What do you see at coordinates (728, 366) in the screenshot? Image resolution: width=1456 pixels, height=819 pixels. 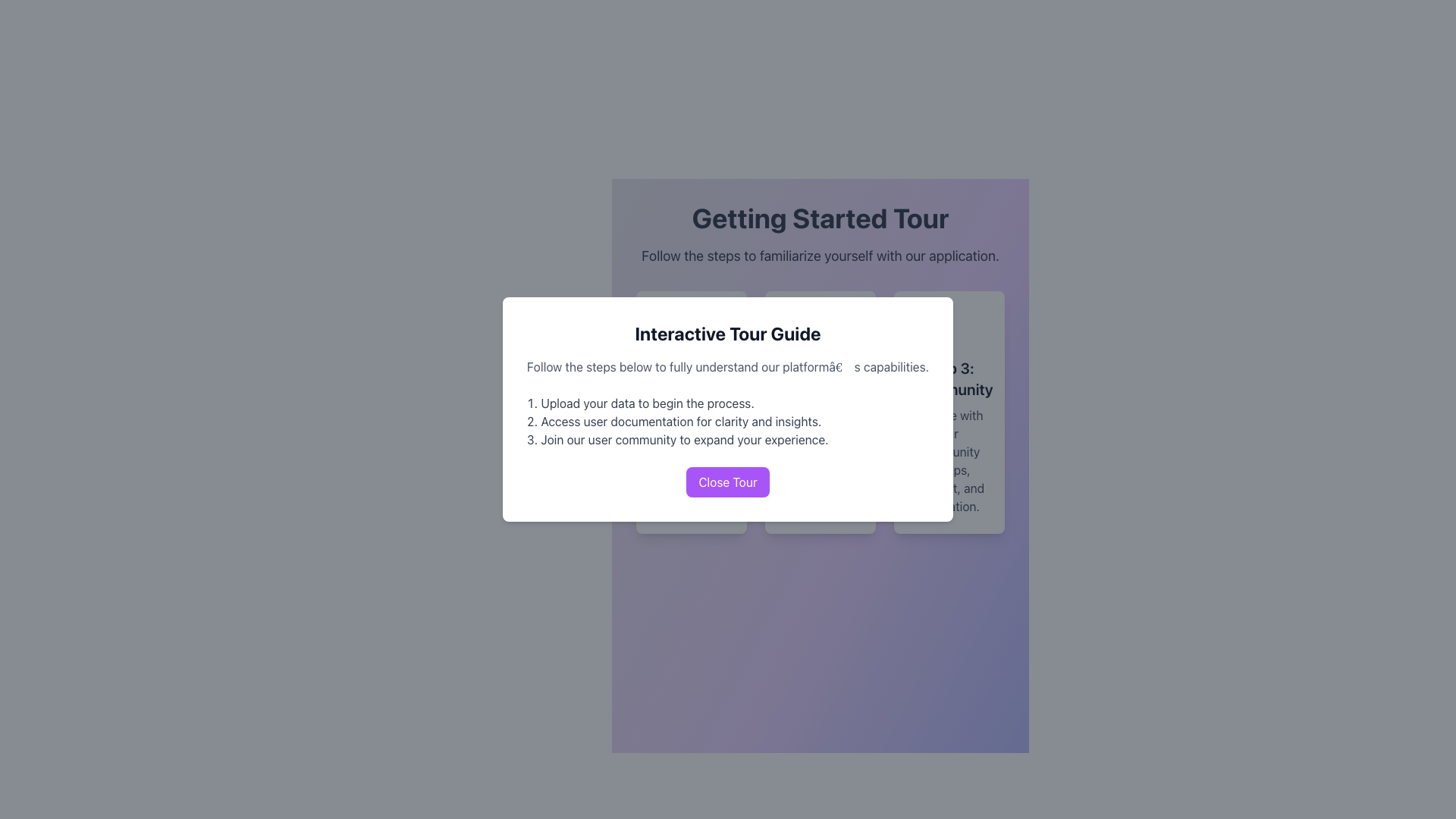 I see `the Text Block element containing the instruction 'Follow the steps below to fully understand our platform’s capabilities', which is displayed in a lighter font below the title 'Interactive Tour Guide'` at bounding box center [728, 366].